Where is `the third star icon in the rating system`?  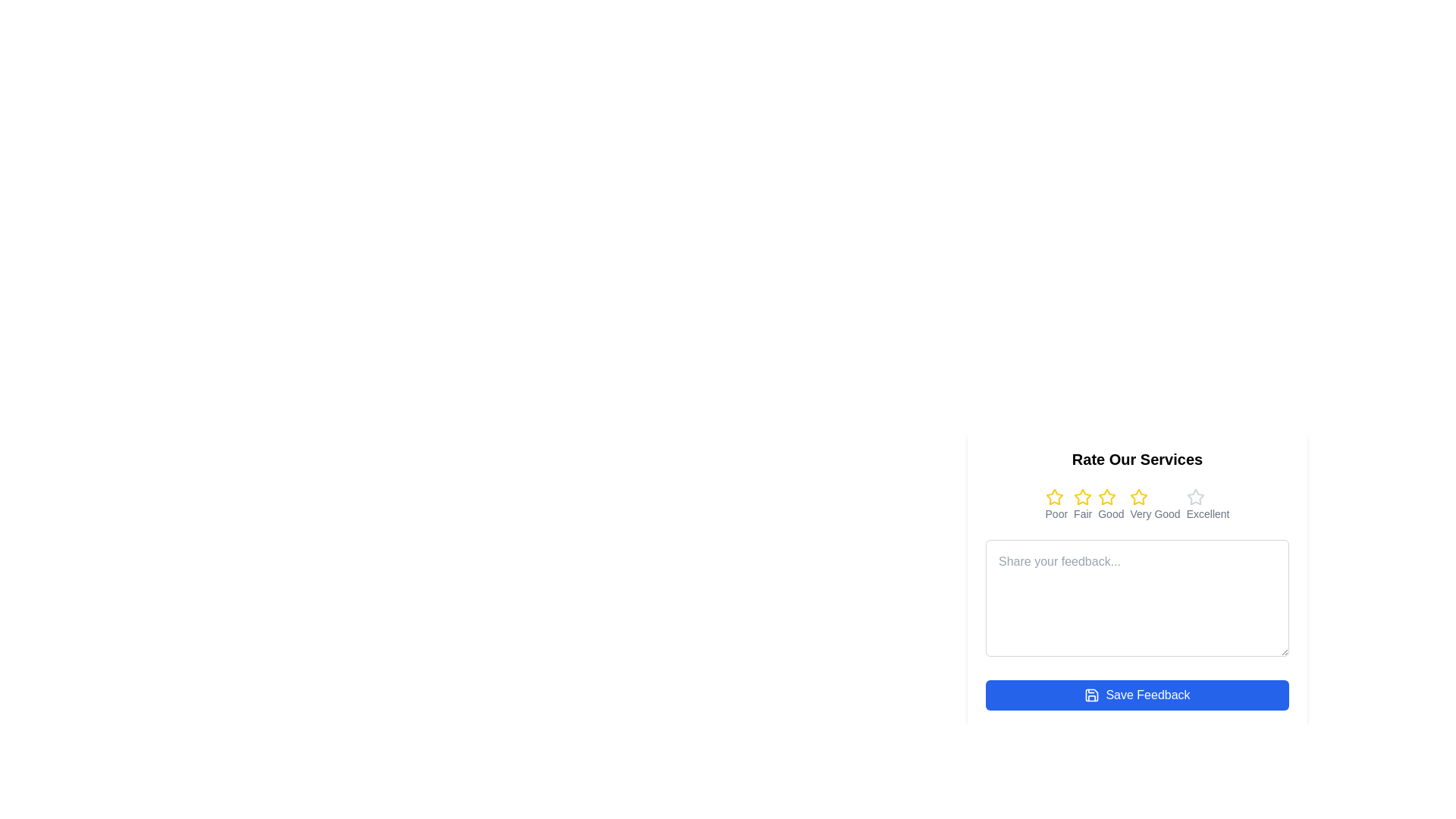 the third star icon in the rating system is located at coordinates (1107, 497).